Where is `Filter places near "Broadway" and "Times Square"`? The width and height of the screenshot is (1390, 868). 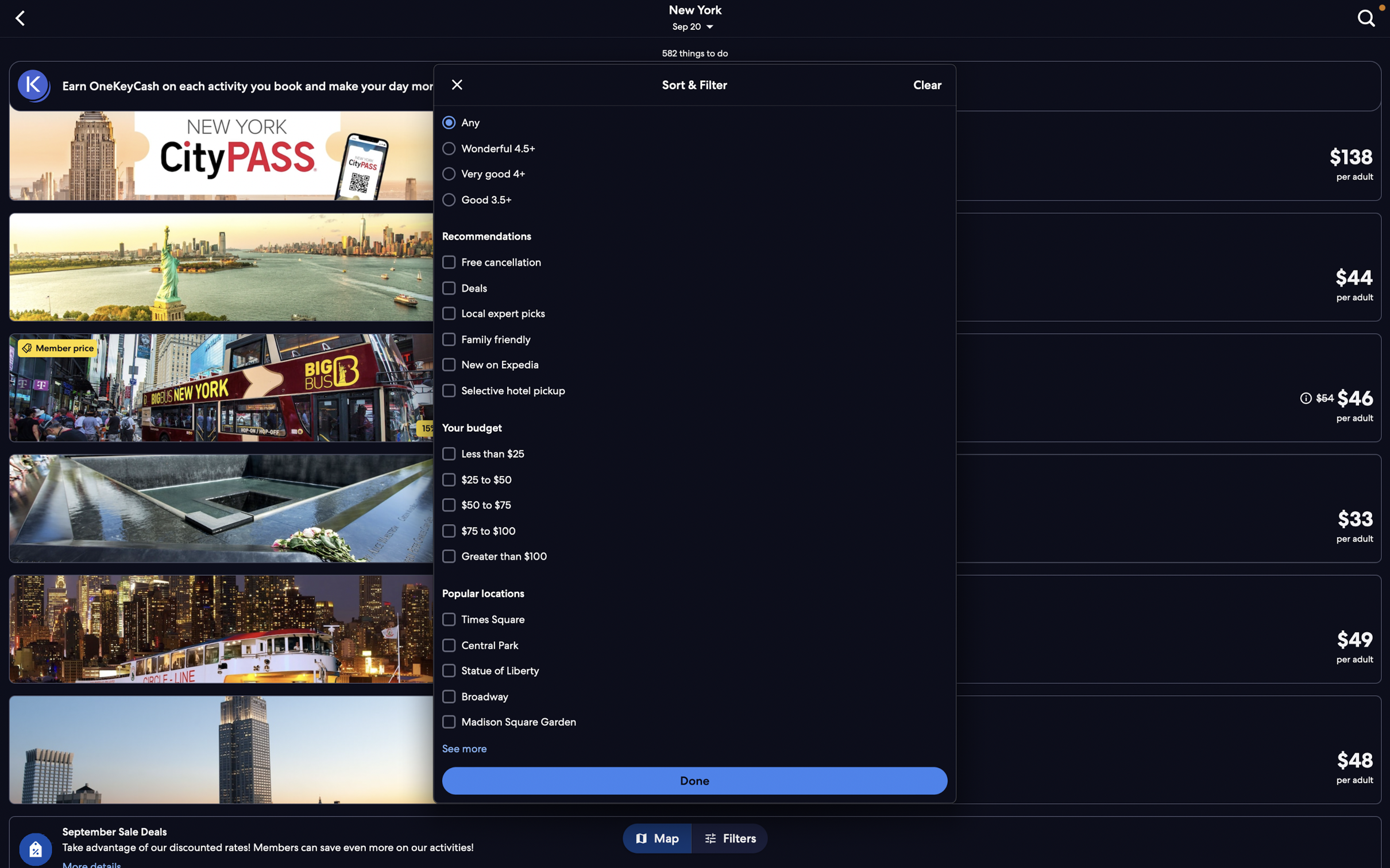
Filter places near "Broadway" and "Times Square" is located at coordinates (696, 720).